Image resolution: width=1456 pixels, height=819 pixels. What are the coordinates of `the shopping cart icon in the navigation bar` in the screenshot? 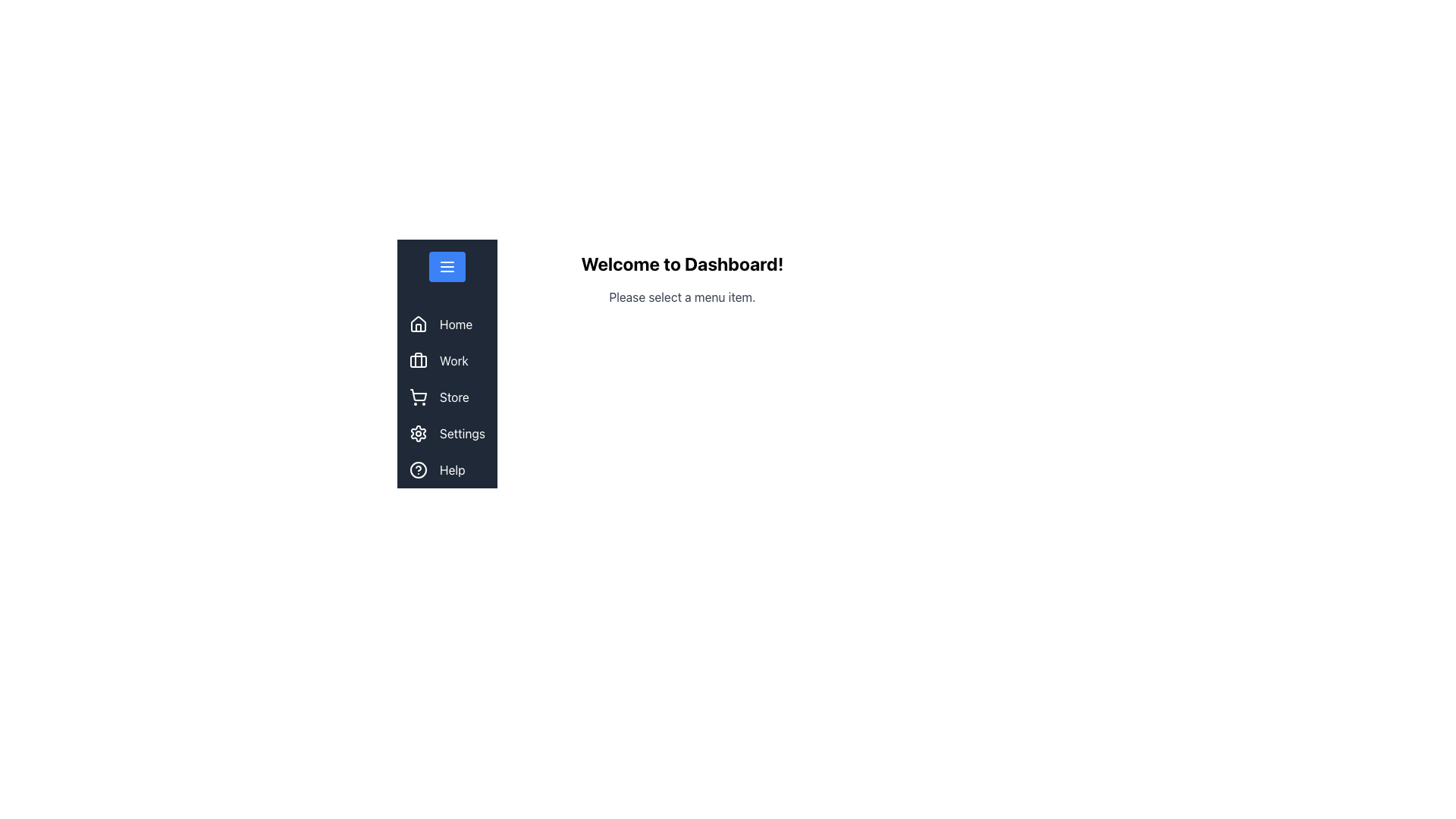 It's located at (419, 397).